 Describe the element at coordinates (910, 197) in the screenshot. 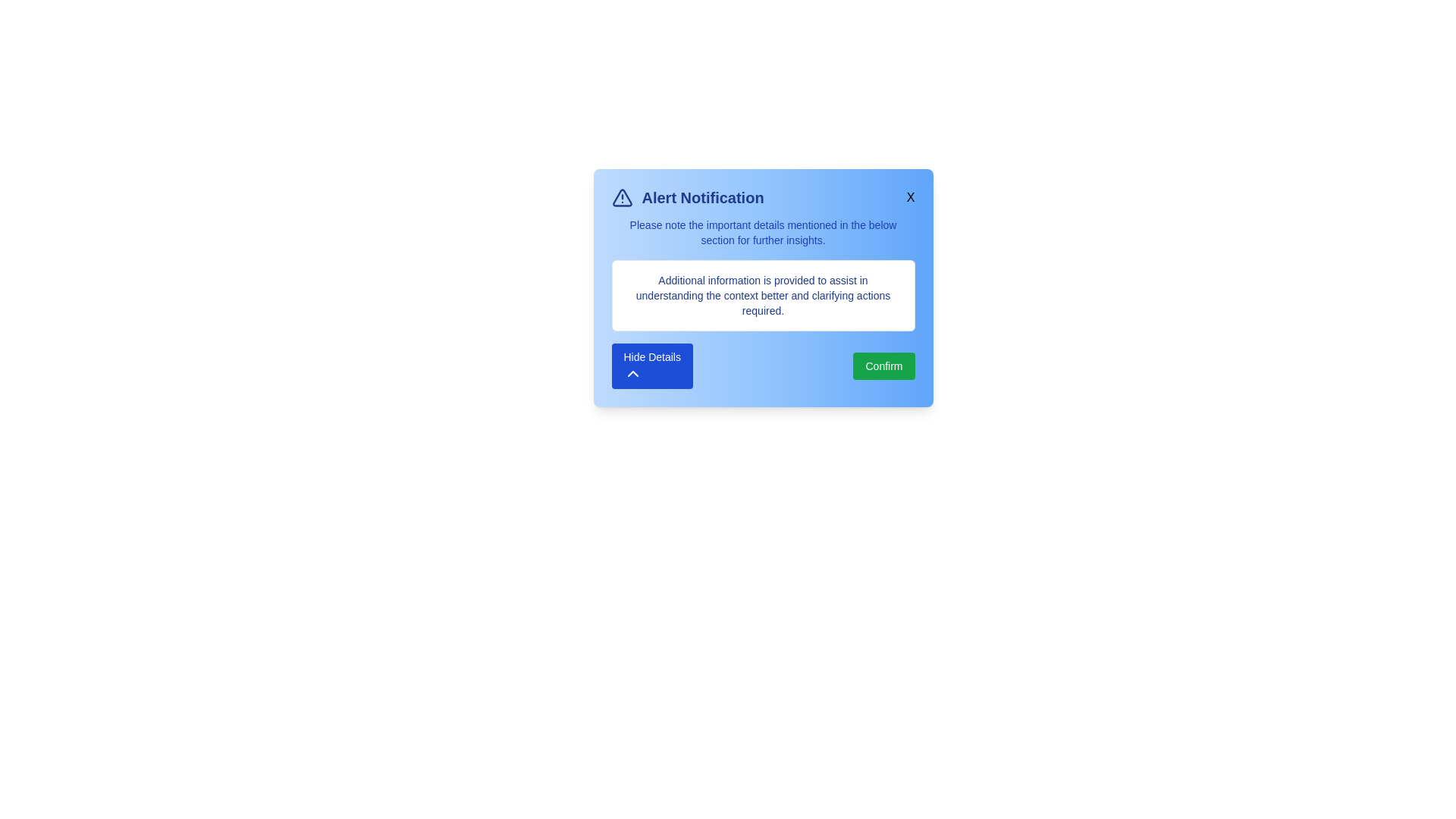

I see `'X' button in the top-right corner of the alert to dismiss it` at that location.